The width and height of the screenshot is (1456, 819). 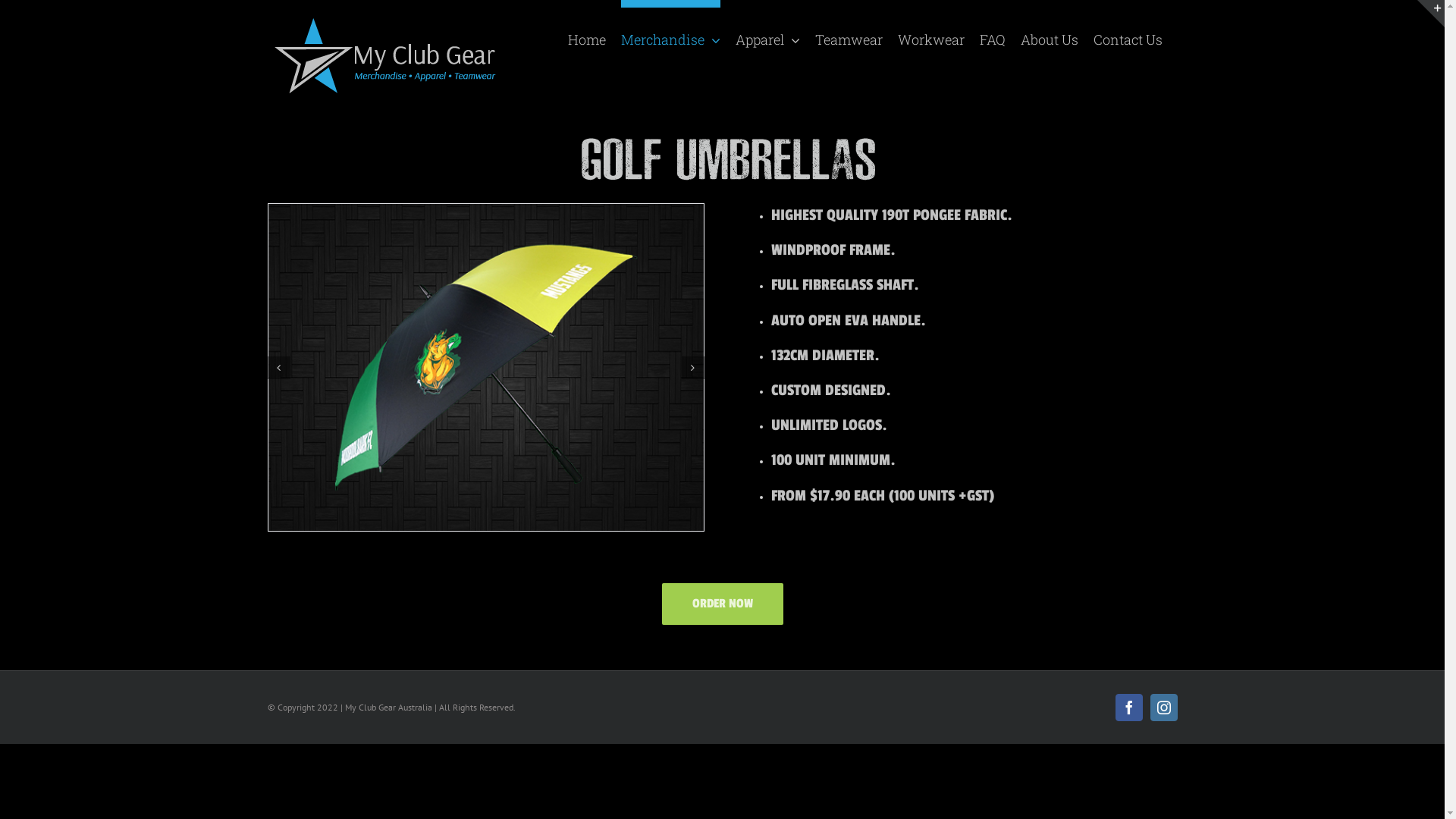 What do you see at coordinates (720, 603) in the screenshot?
I see `'ORDER NOW'` at bounding box center [720, 603].